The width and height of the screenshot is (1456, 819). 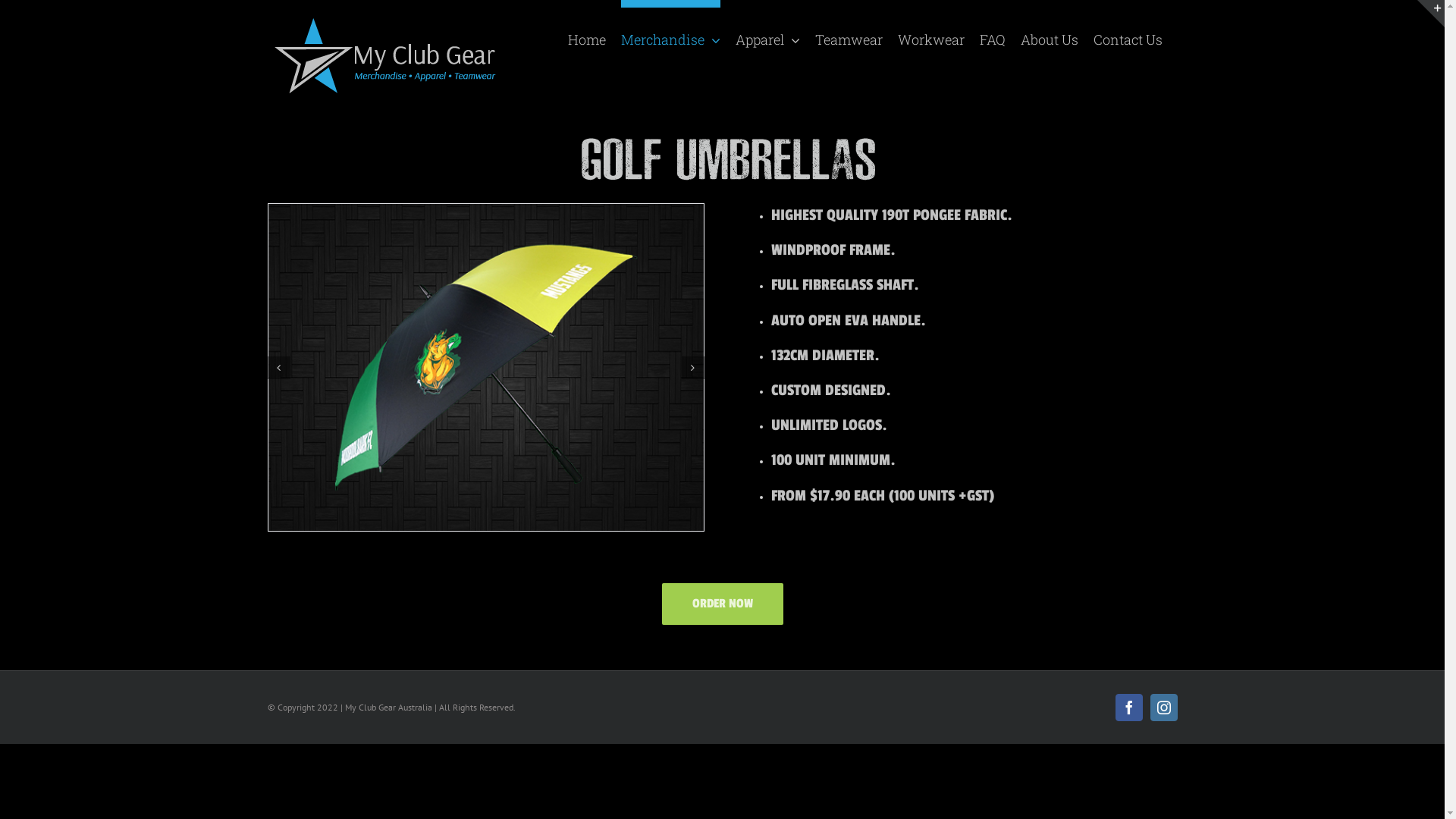 What do you see at coordinates (720, 603) in the screenshot?
I see `'ORDER NOW'` at bounding box center [720, 603].